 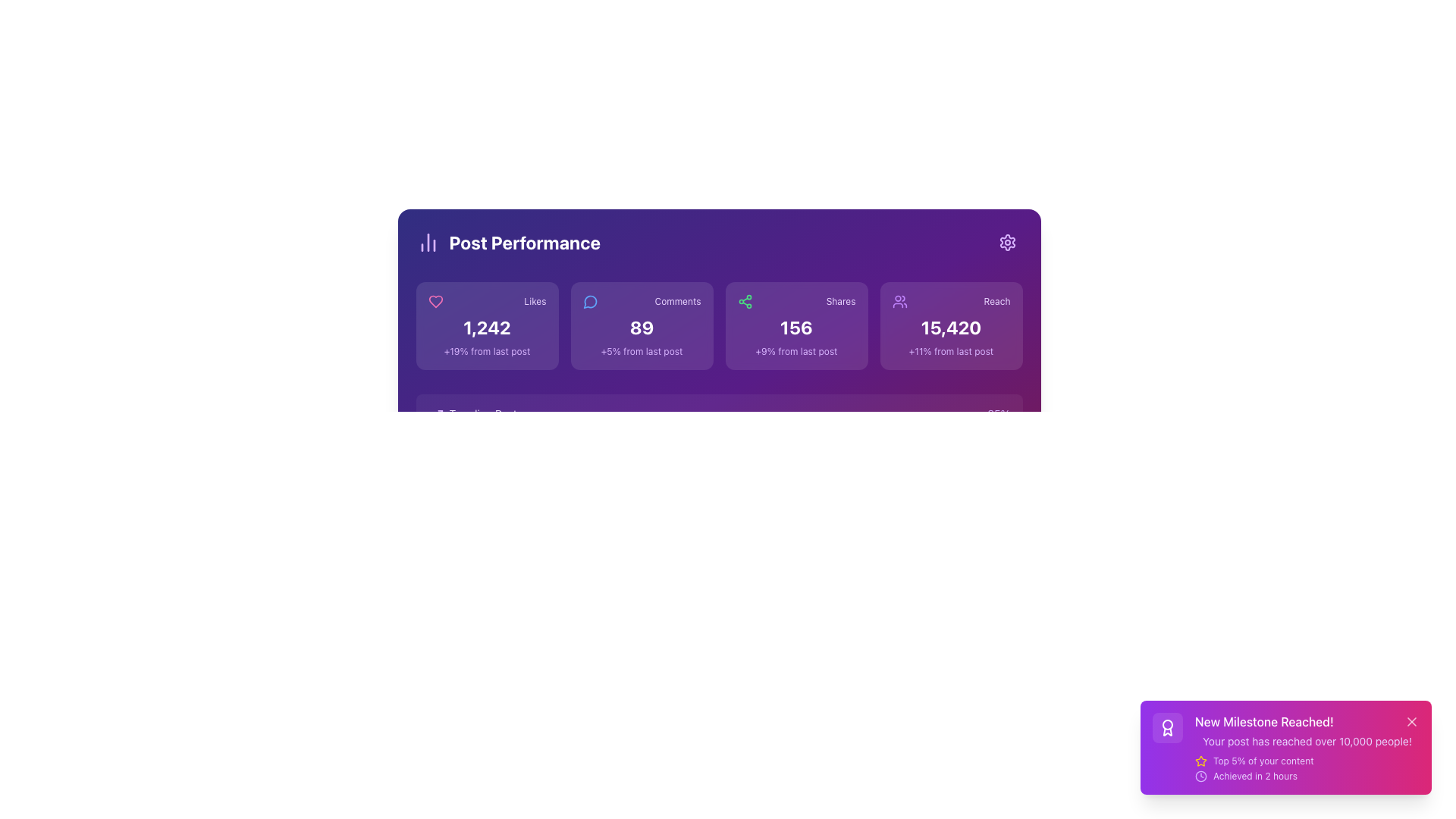 What do you see at coordinates (1200, 761) in the screenshot?
I see `the decorative or indicative icon located in the bottom-right corner of the interface, next to the 'New Milestone Reached!' notification panel and to the left of the close button ('X')` at bounding box center [1200, 761].